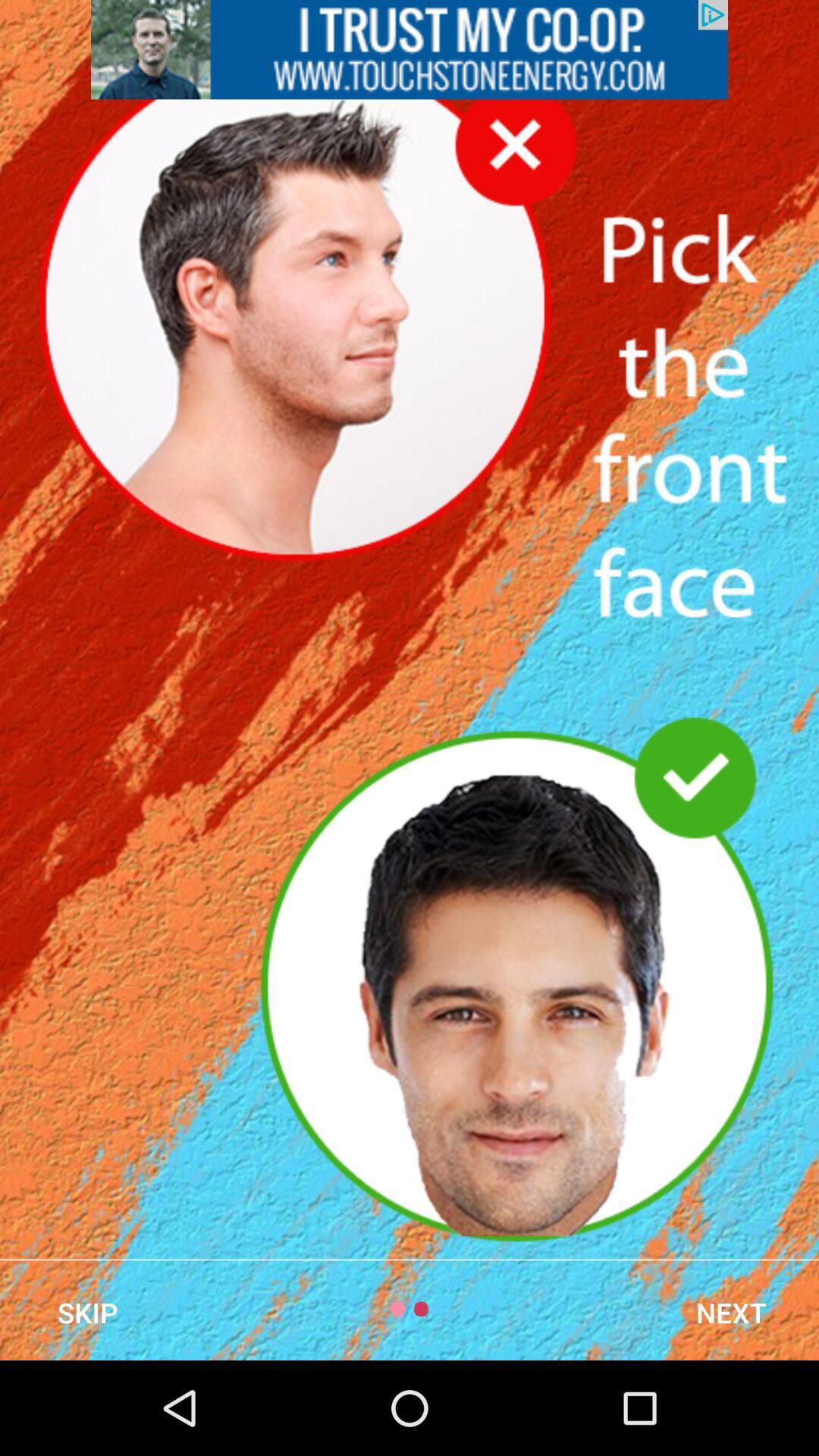 This screenshot has height=1456, width=819. I want to click on advertisement image, so click(409, 49).